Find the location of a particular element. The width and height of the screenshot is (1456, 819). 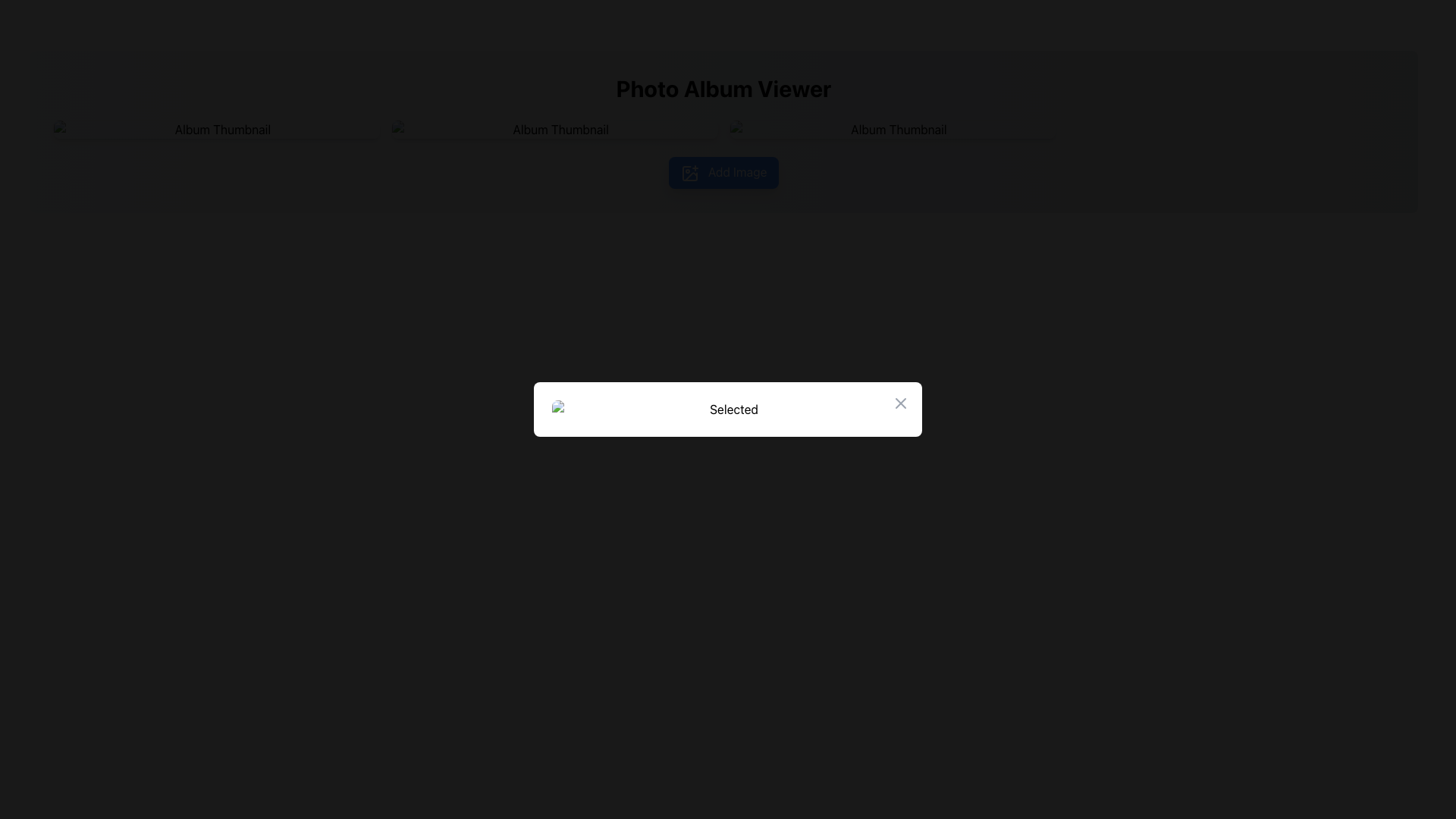

the interactive thumbnail album preview is located at coordinates (892, 128).